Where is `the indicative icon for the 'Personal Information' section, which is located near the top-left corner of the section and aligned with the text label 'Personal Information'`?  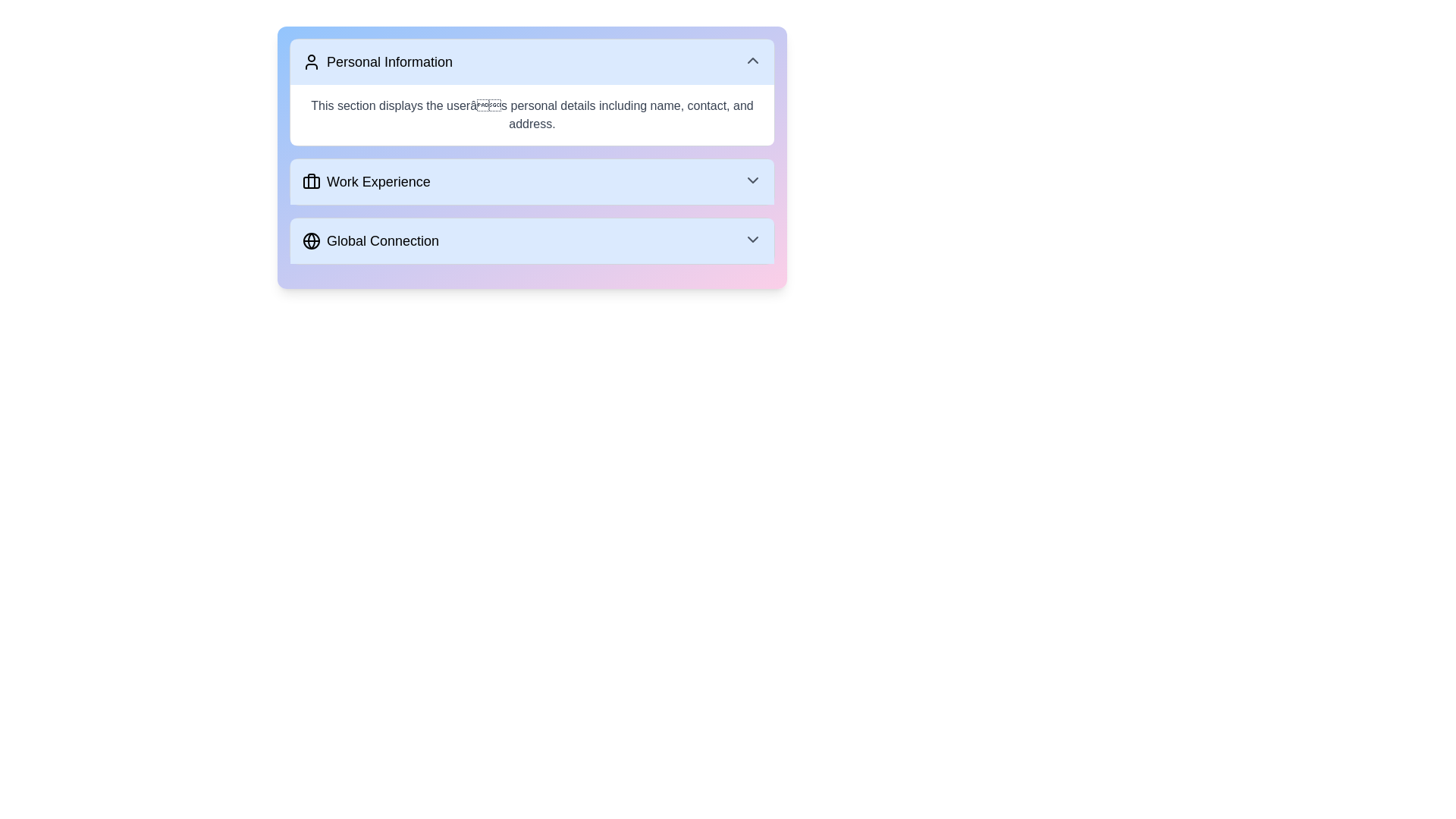
the indicative icon for the 'Personal Information' section, which is located near the top-left corner of the section and aligned with the text label 'Personal Information' is located at coordinates (311, 61).